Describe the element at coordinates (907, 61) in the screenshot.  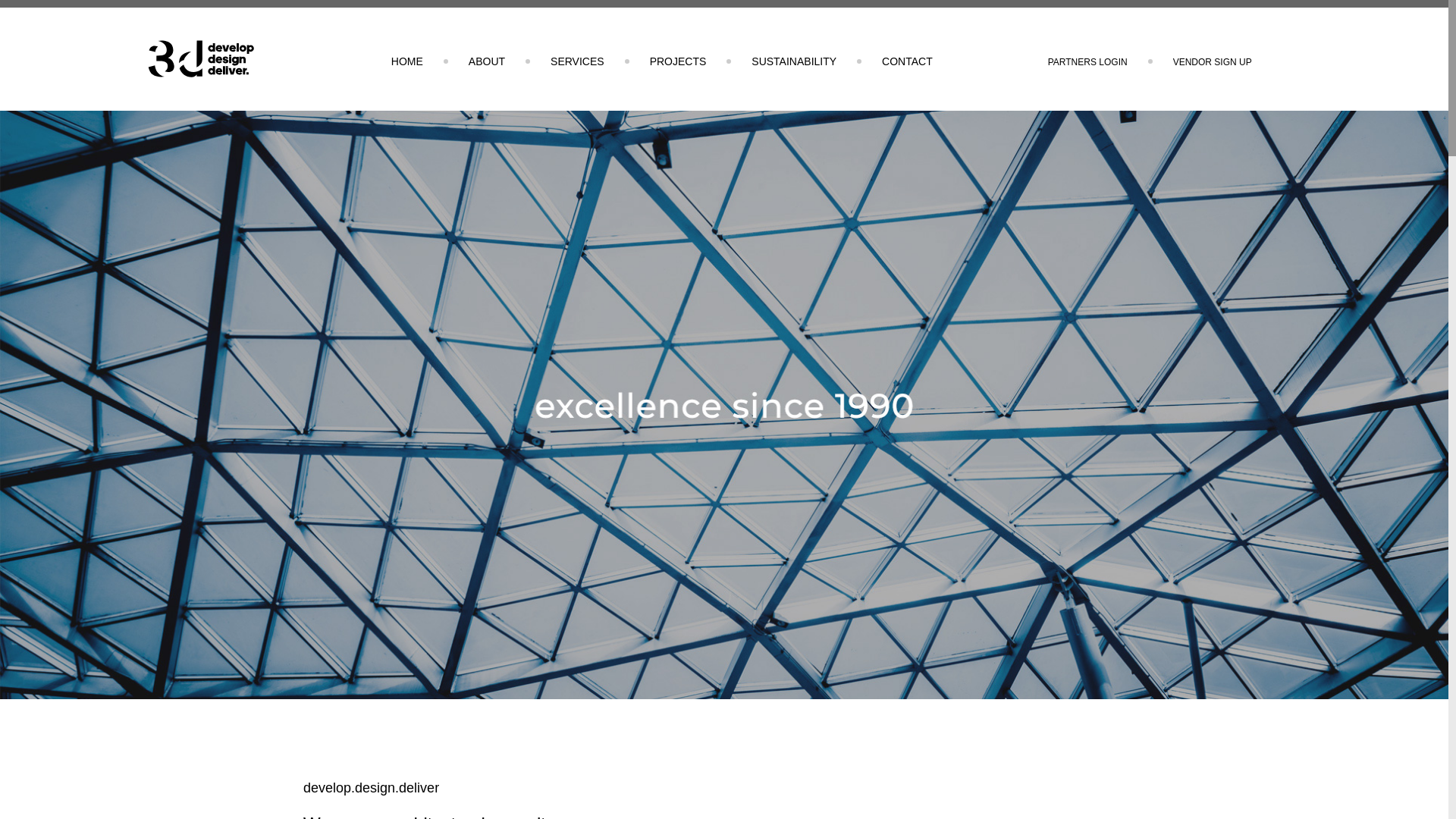
I see `'CONTACT'` at that location.